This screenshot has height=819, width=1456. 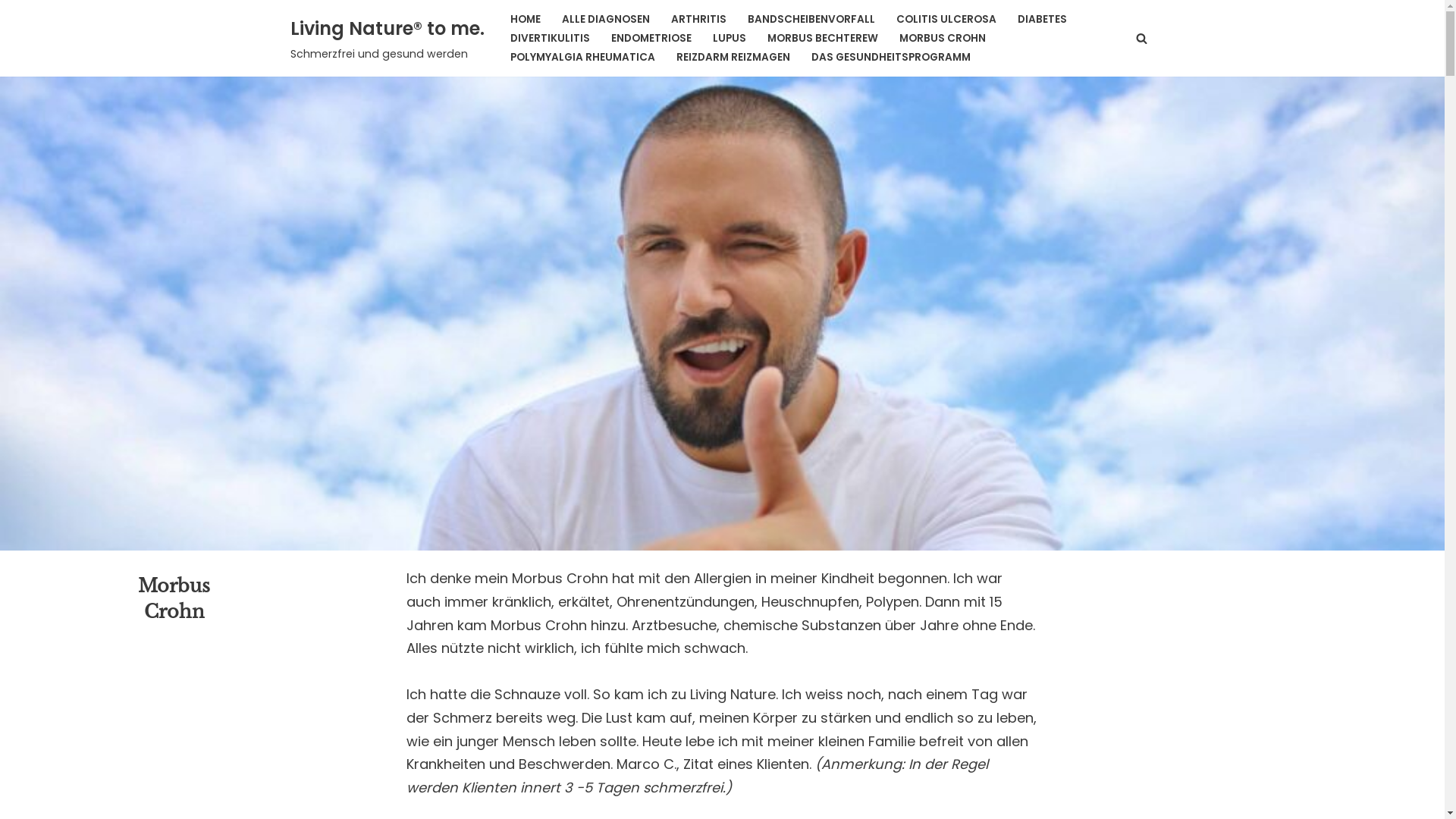 I want to click on 'DIVERTIKULITIS', so click(x=548, y=37).